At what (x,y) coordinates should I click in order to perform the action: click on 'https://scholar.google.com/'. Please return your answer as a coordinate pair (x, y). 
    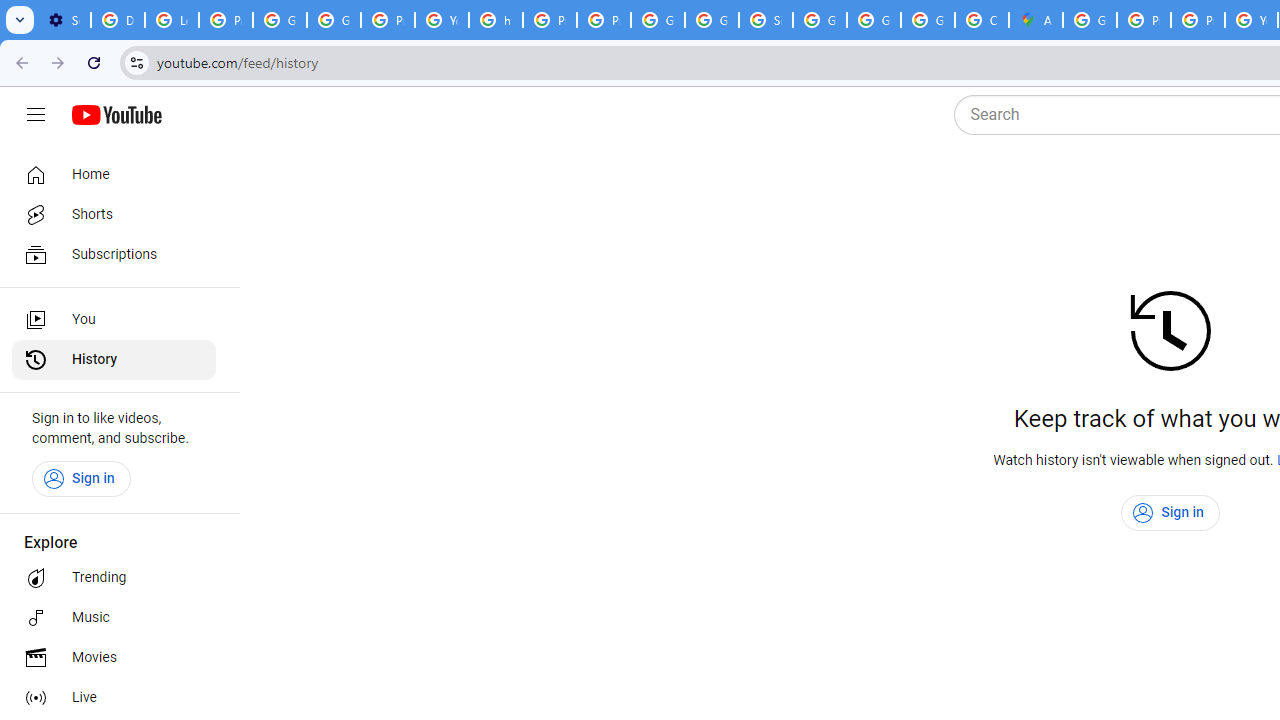
    Looking at the image, I should click on (496, 20).